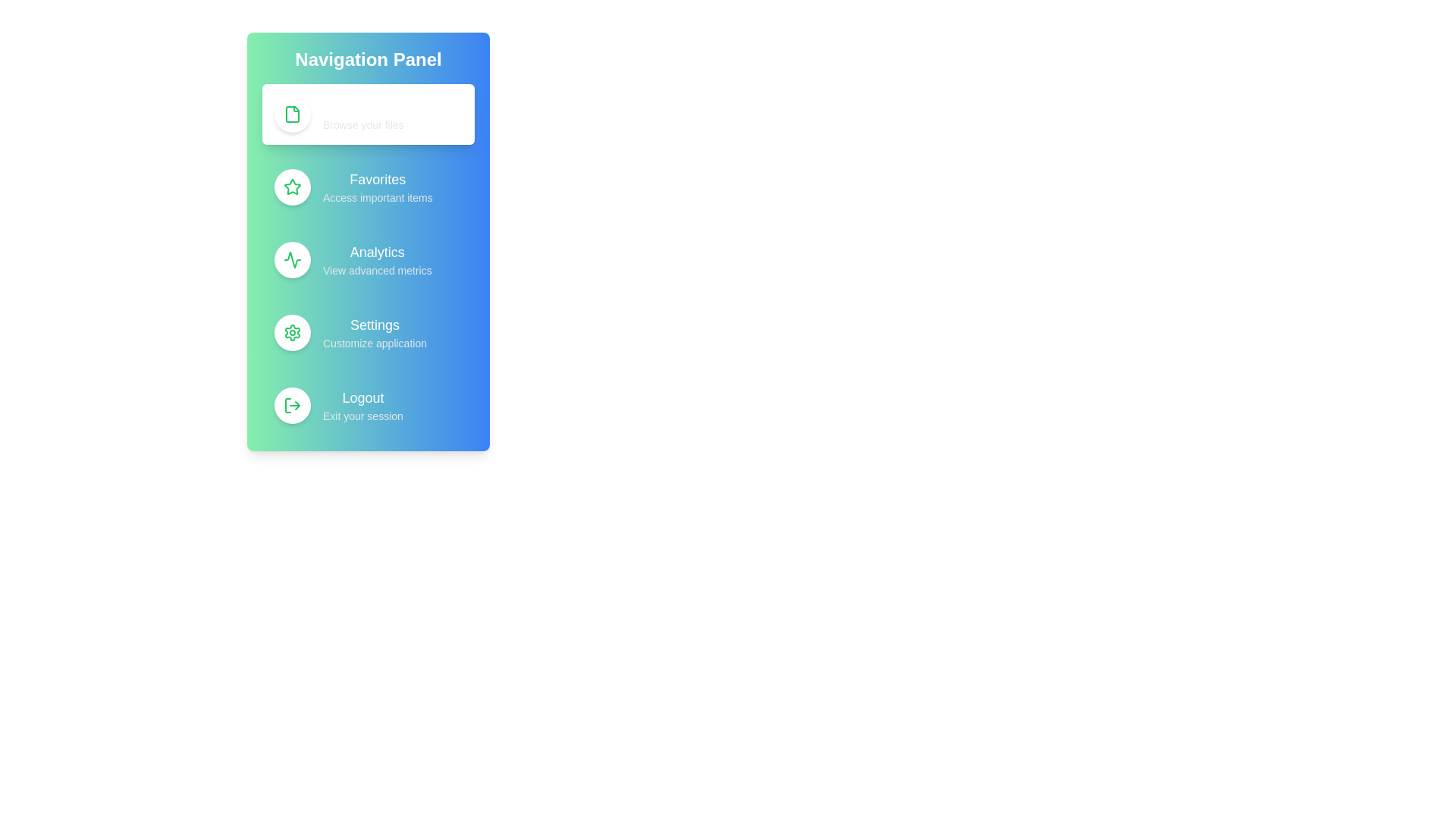  I want to click on the icon for Documents, so click(292, 113).